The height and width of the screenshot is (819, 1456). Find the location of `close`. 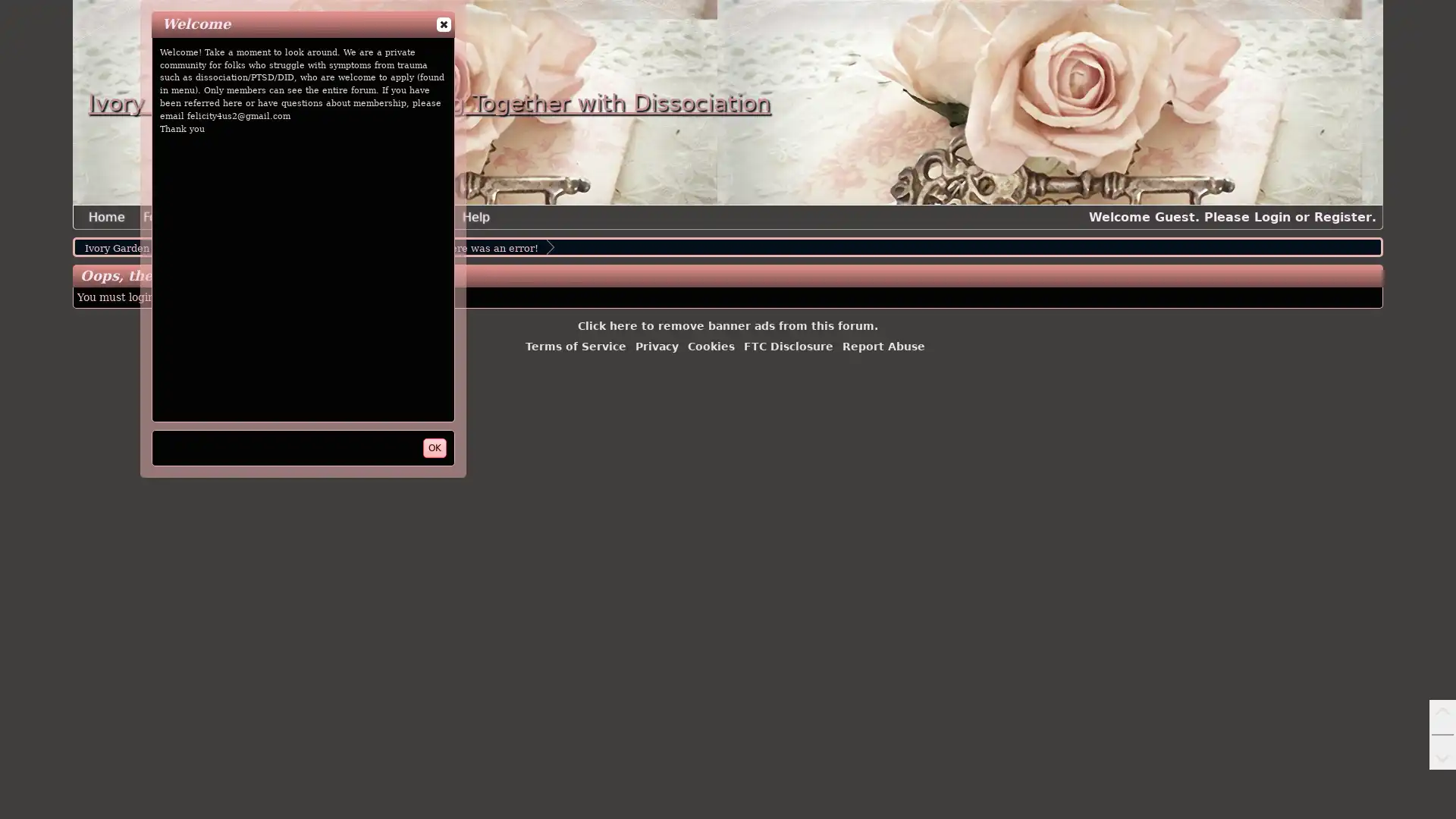

close is located at coordinates (442, 24).